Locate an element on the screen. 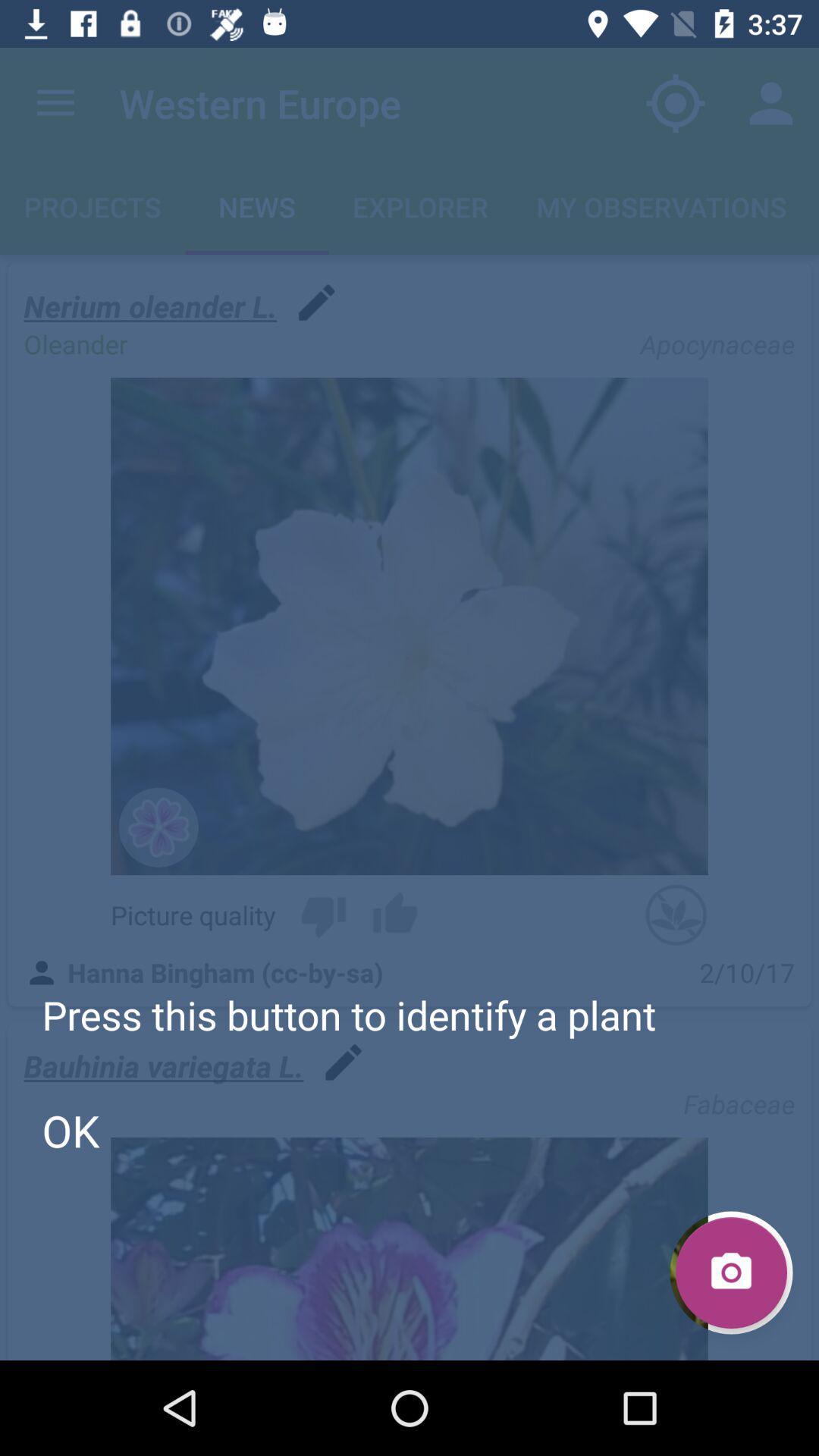  the item above the my observations is located at coordinates (771, 102).